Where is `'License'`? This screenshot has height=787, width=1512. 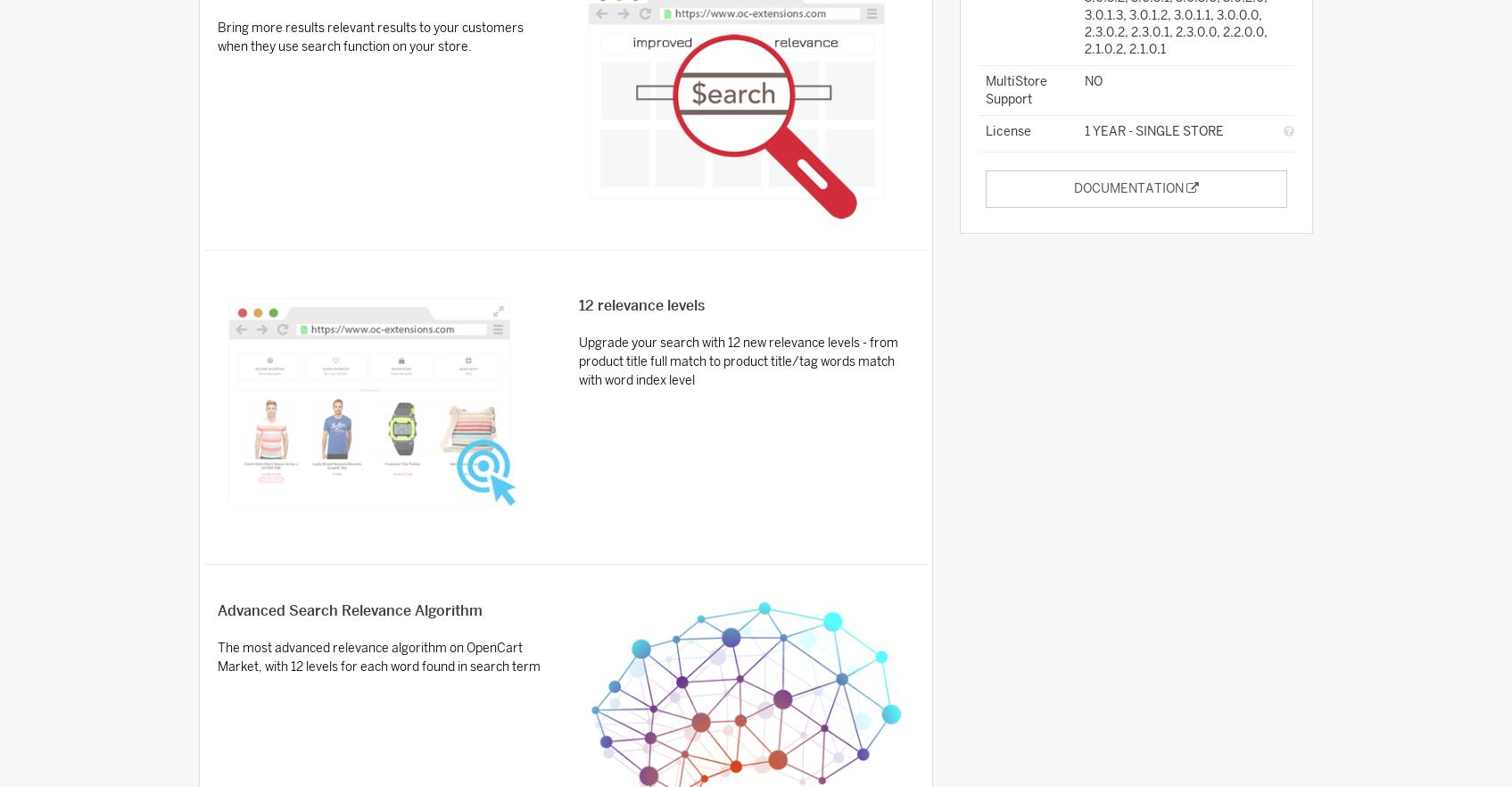 'License' is located at coordinates (984, 131).